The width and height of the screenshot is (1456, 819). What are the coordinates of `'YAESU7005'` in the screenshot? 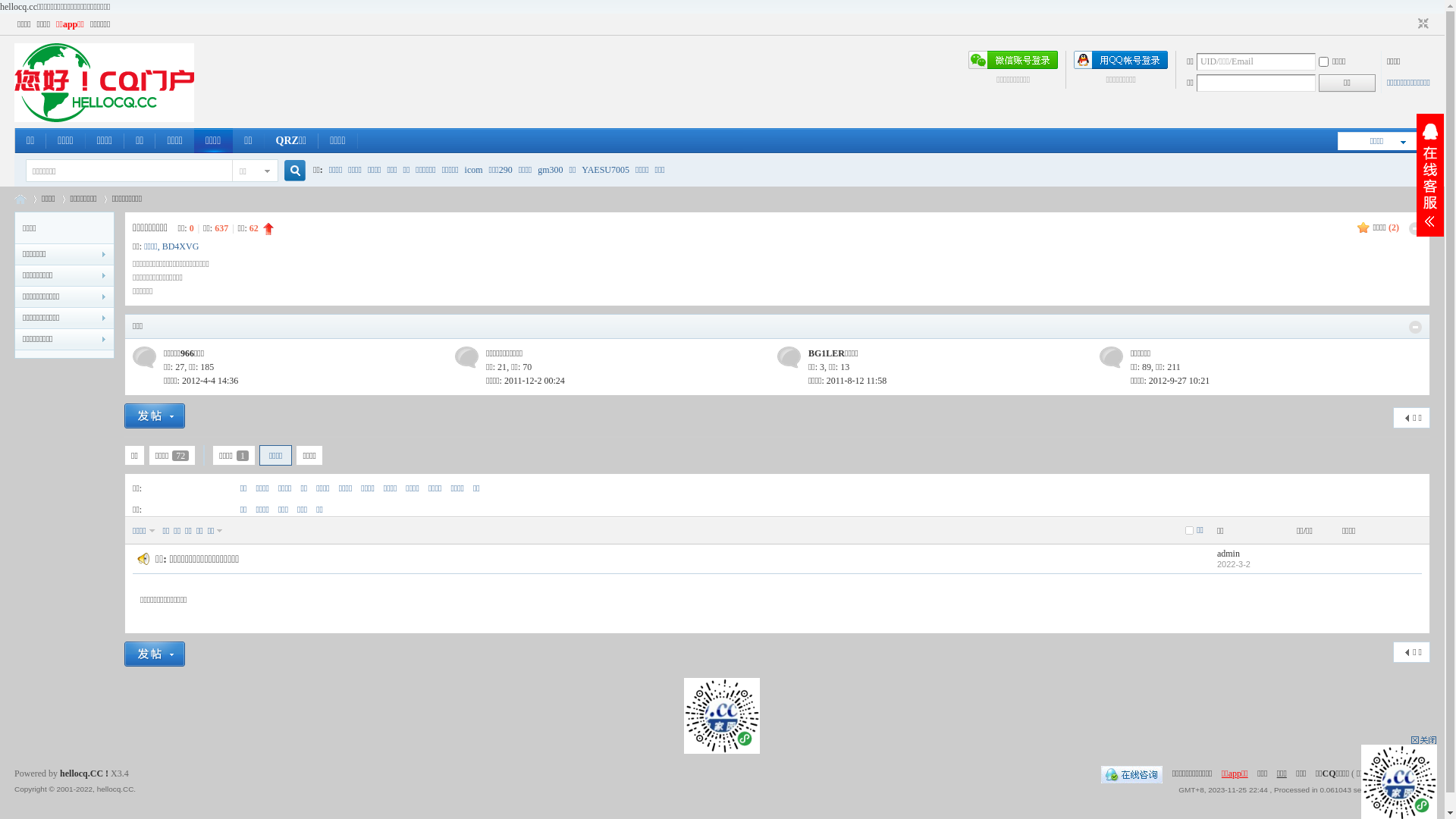 It's located at (604, 169).